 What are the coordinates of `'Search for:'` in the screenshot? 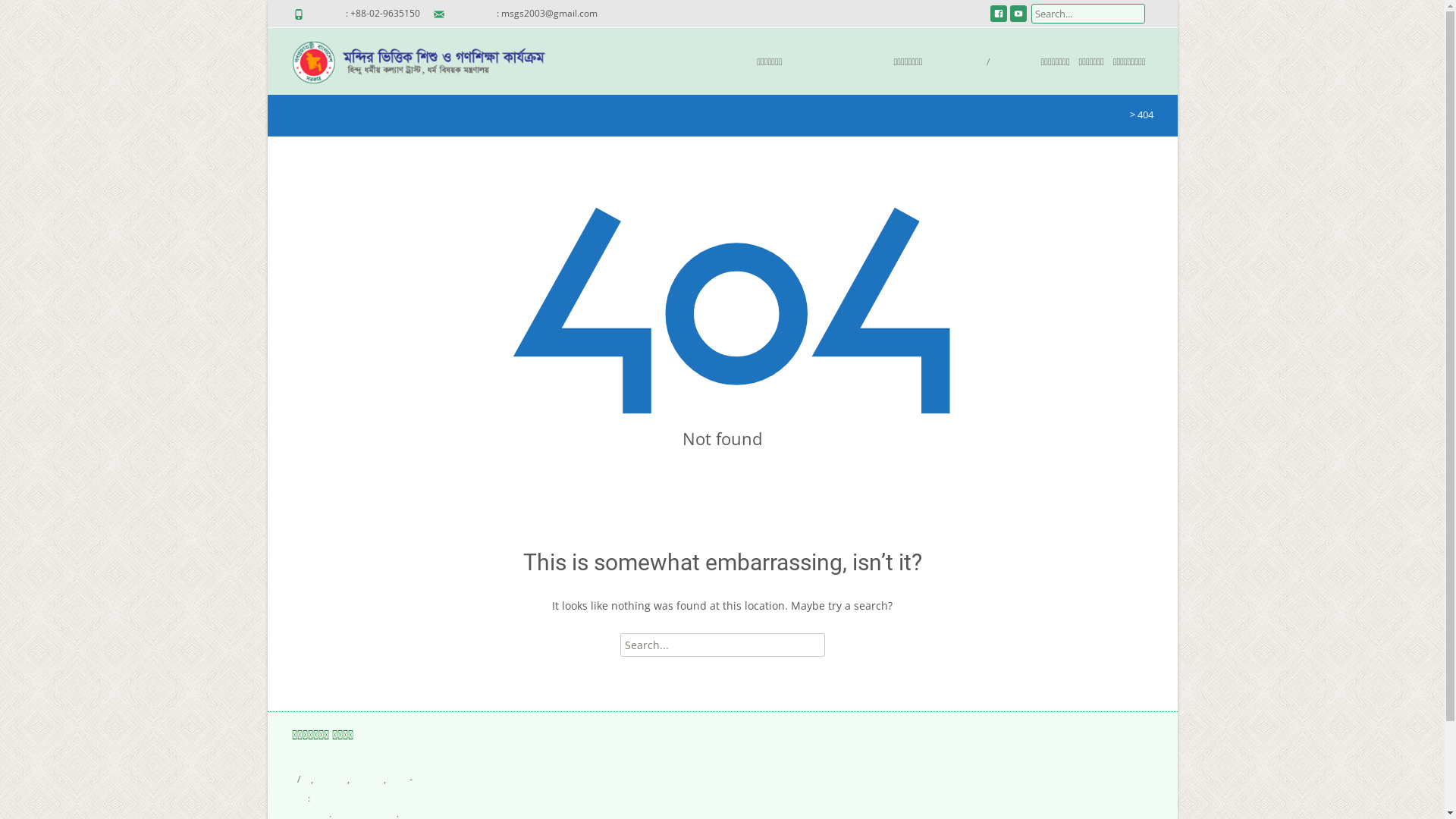 It's located at (1087, 14).